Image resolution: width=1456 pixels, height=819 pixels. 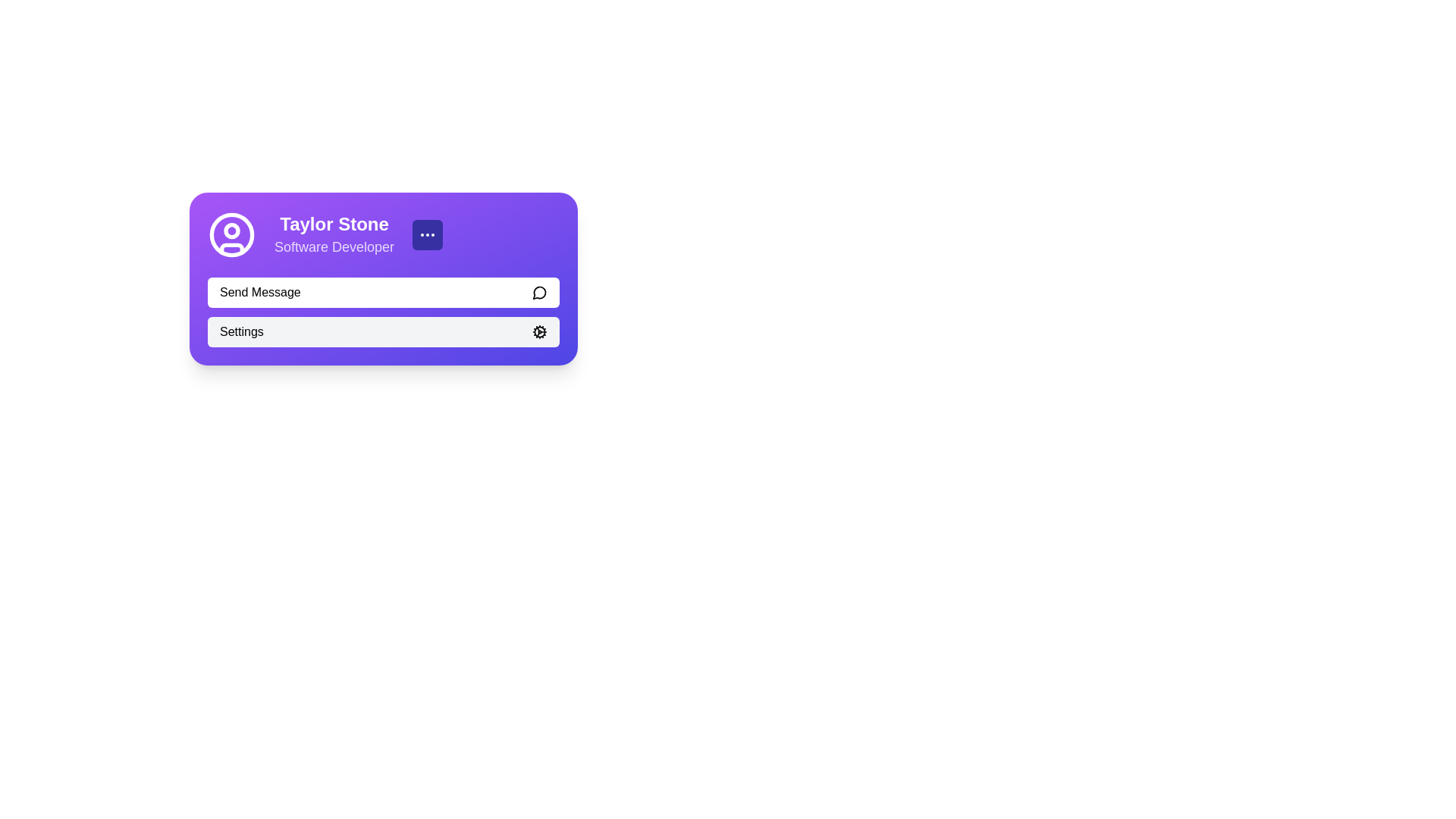 I want to click on the settings icon located on the right side of the 'Settings' button, which indicates configuration options, so click(x=539, y=331).